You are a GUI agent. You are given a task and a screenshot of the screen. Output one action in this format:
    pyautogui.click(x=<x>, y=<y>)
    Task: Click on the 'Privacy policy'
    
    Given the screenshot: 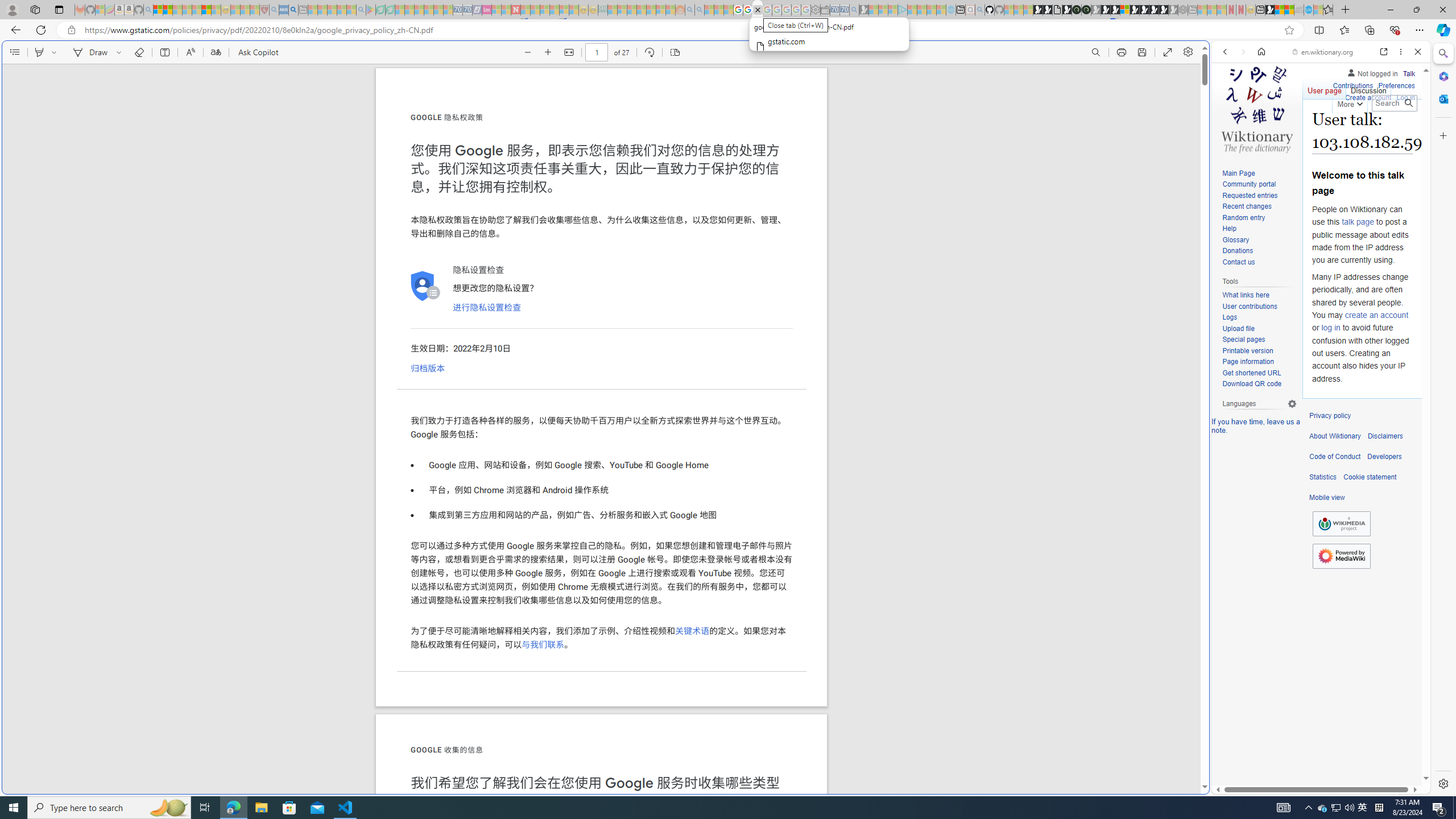 What is the action you would take?
    pyautogui.click(x=1329, y=416)
    